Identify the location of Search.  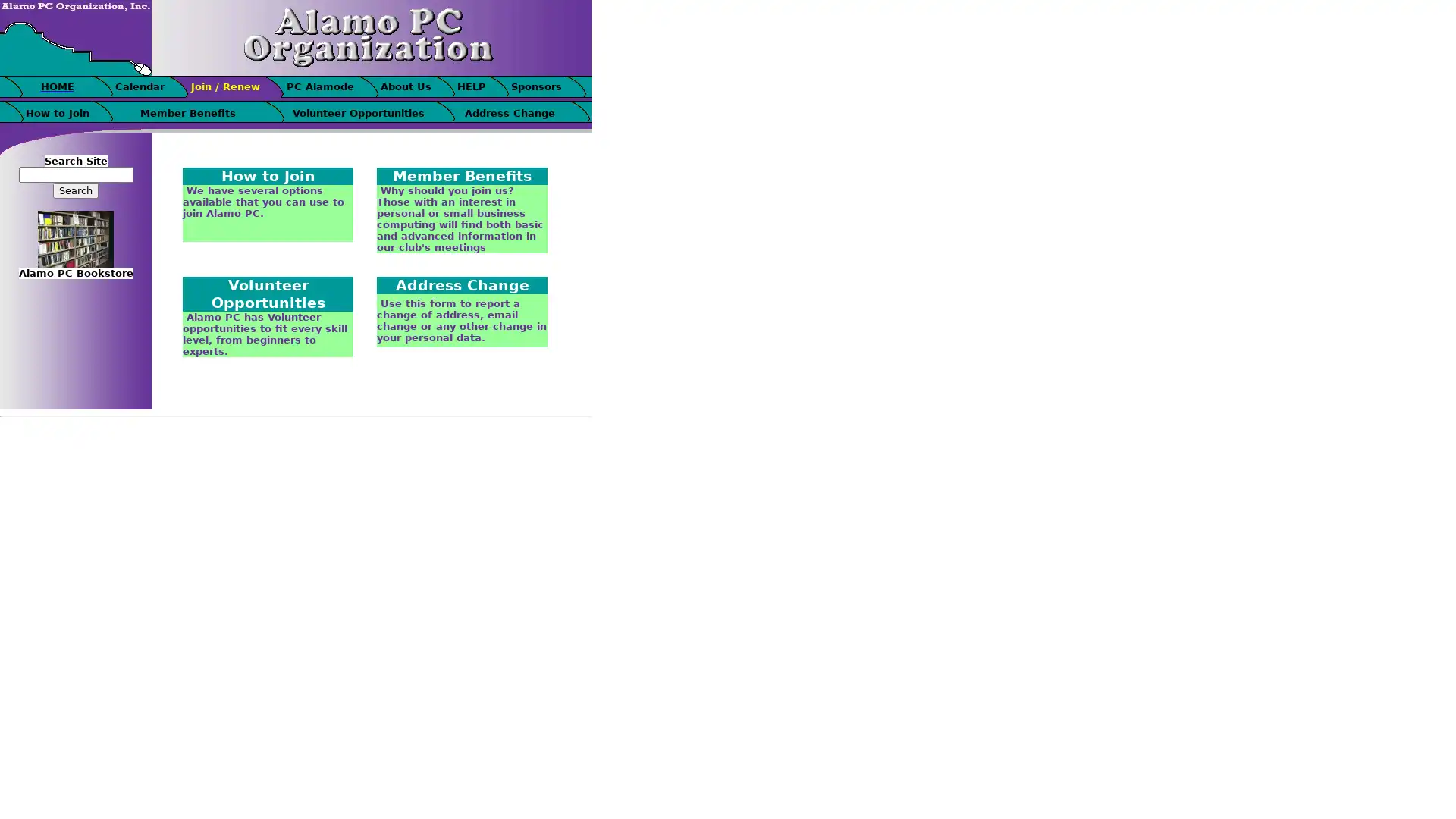
(75, 190).